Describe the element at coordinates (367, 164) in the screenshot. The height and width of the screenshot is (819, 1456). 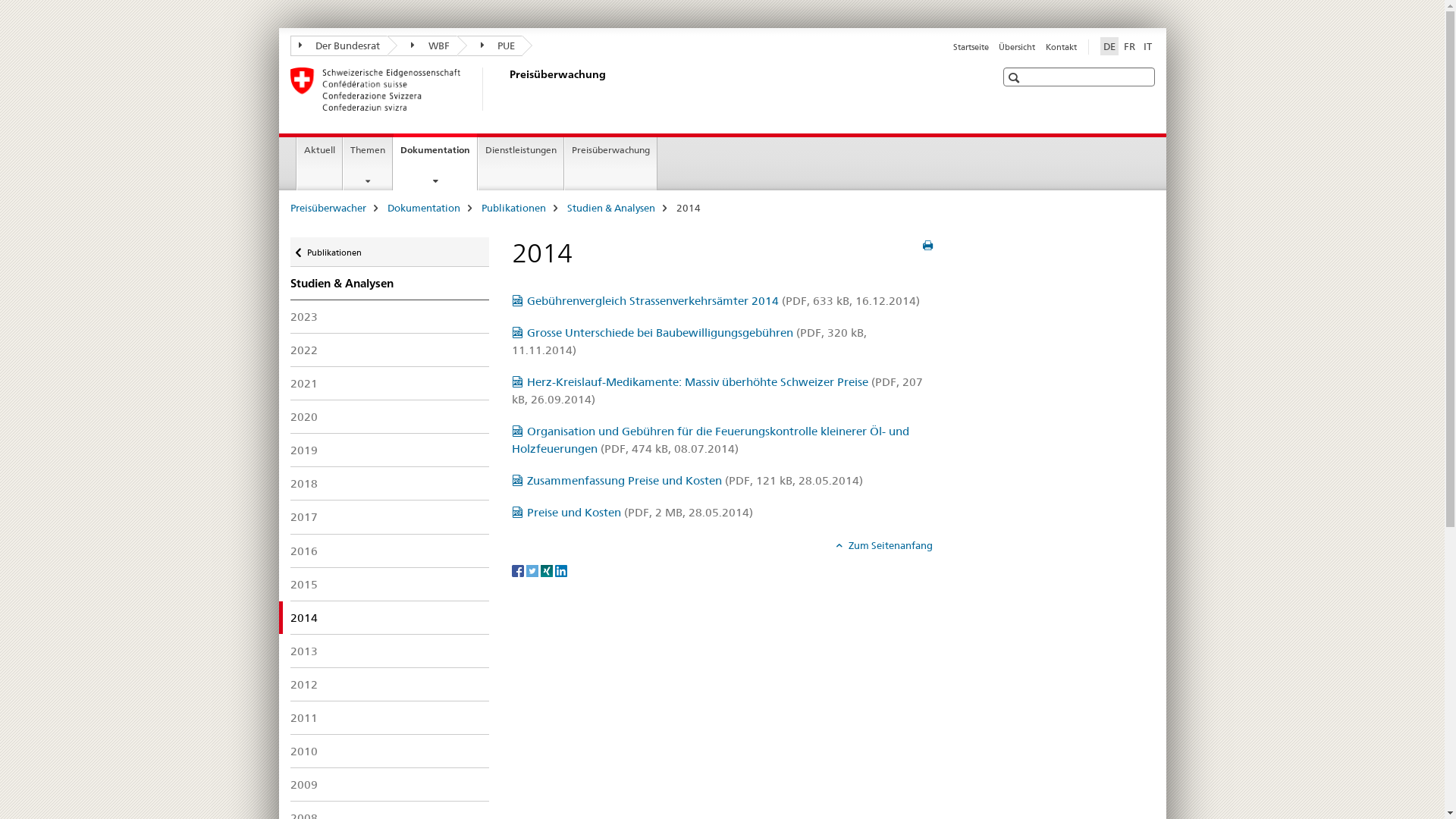
I see `'Themen'` at that location.